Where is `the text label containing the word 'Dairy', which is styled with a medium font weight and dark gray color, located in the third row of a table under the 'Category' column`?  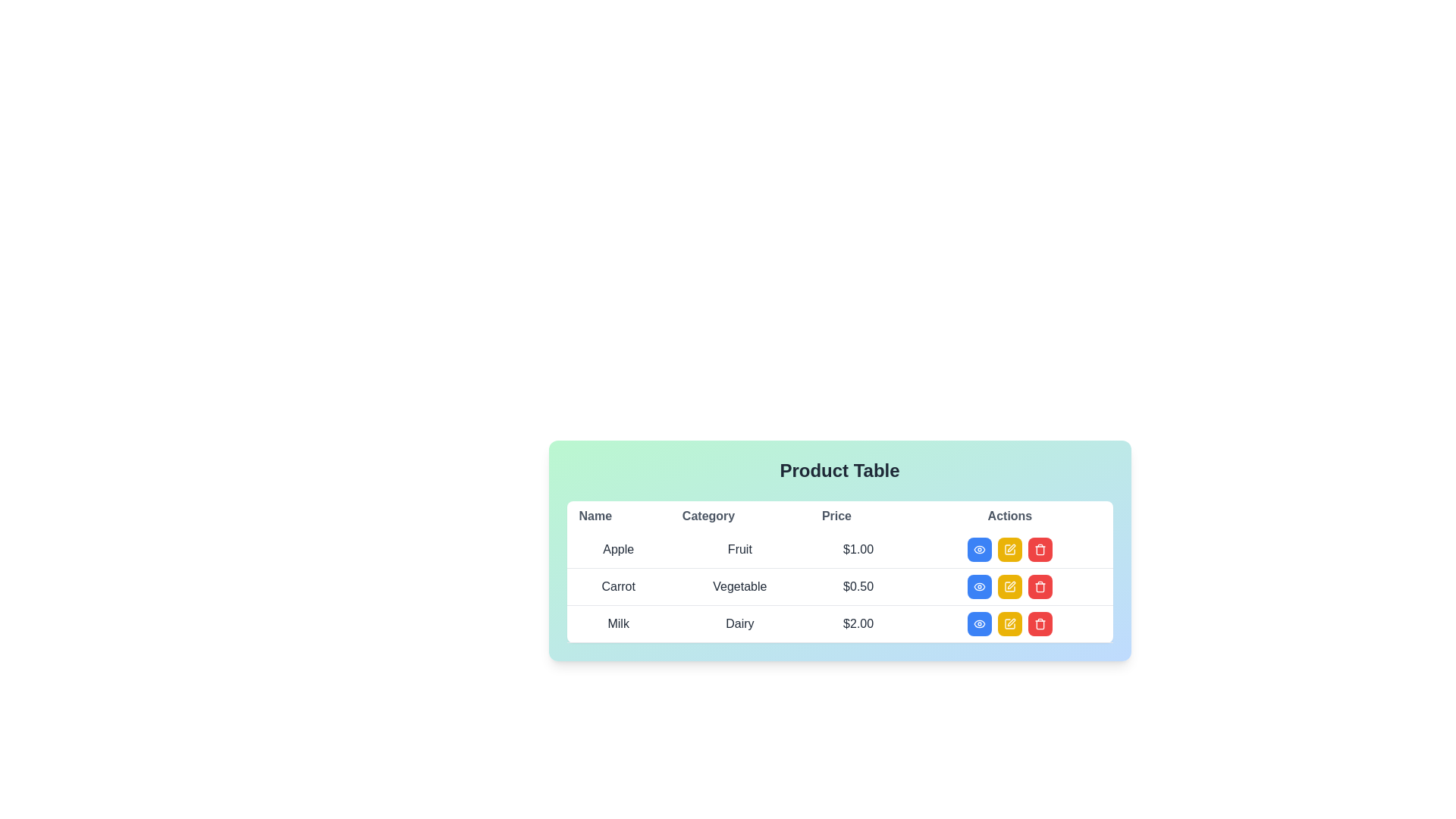 the text label containing the word 'Dairy', which is styled with a medium font weight and dark gray color, located in the third row of a table under the 'Category' column is located at coordinates (739, 623).